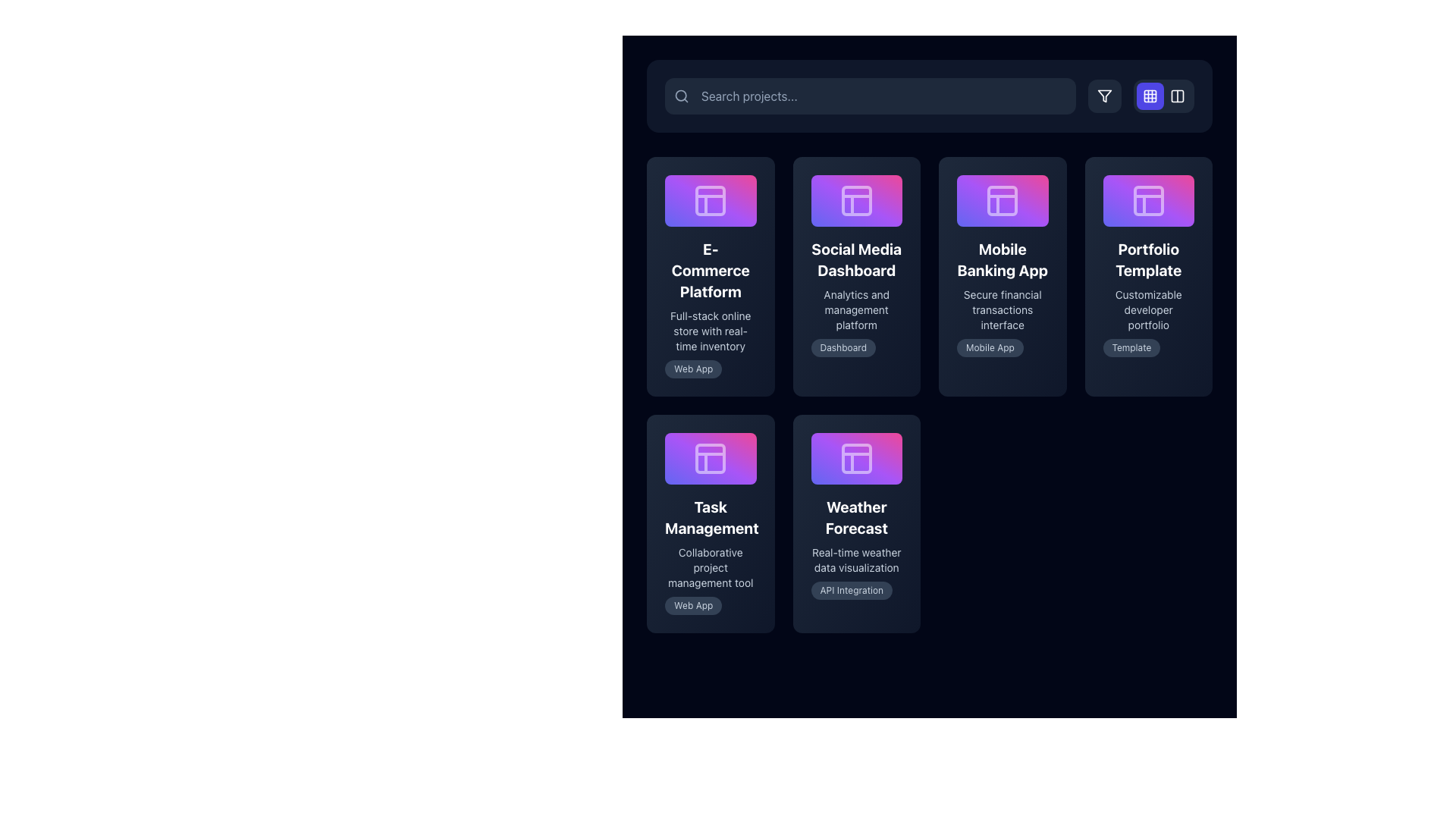 The width and height of the screenshot is (1456, 819). I want to click on the label with the text 'Template', styled with a small rounded dark gray background and light gray text, located at the bottom of the 'Portfolio Template' card in the top-right corner of the grid, so click(1131, 347).